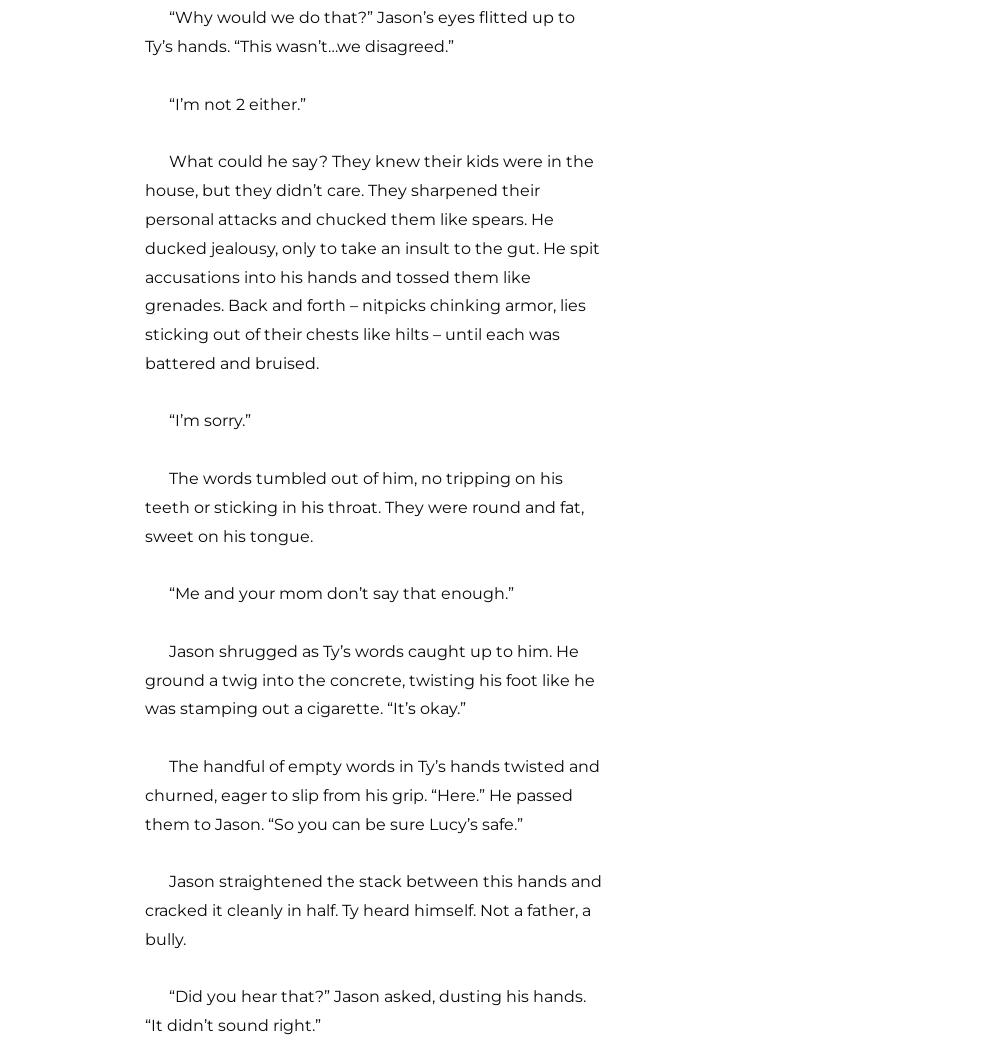 The width and height of the screenshot is (1000, 1041). I want to click on 'The handful of empty words in Ty’s hands twisted and churned, eager to slip from his grip. “Here.” He passed them to Jason. “So you can be sure Lucy’s safe.”', so click(371, 795).